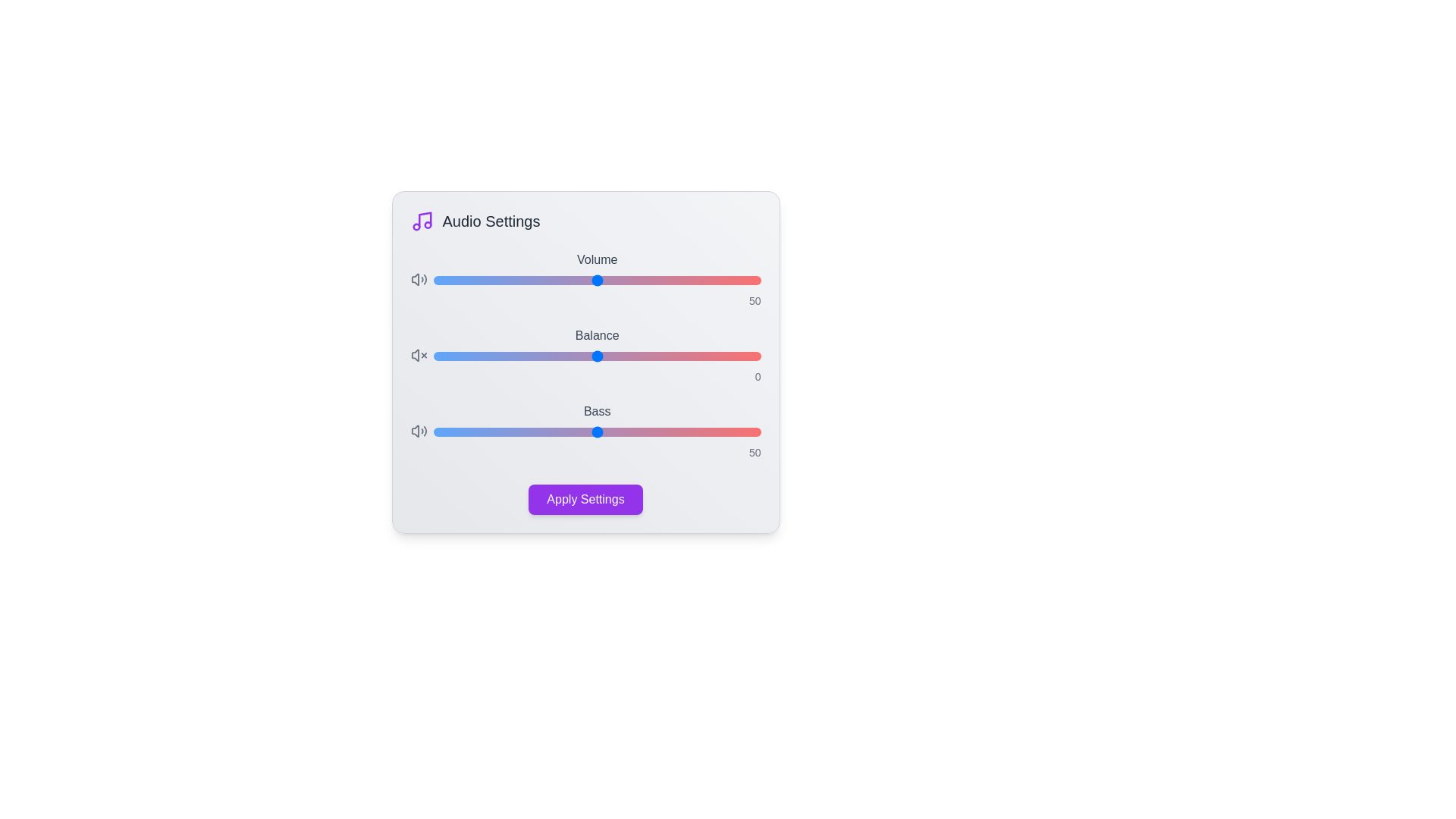 The image size is (1456, 819). What do you see at coordinates (482, 281) in the screenshot?
I see `the 'Volume' slider to set the volume level to 15` at bounding box center [482, 281].